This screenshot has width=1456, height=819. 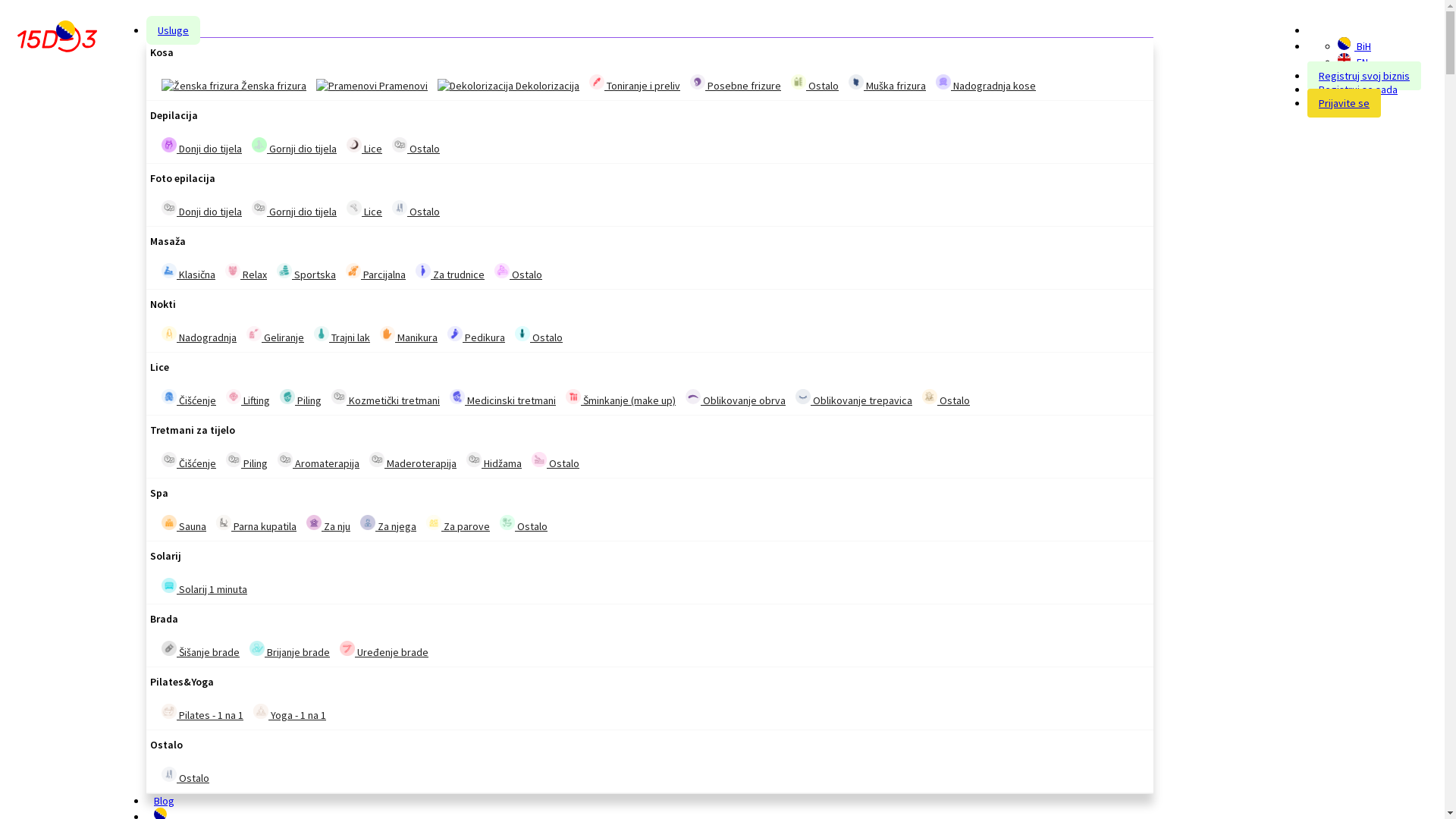 What do you see at coordinates (1344, 42) in the screenshot?
I see `'BiH'` at bounding box center [1344, 42].